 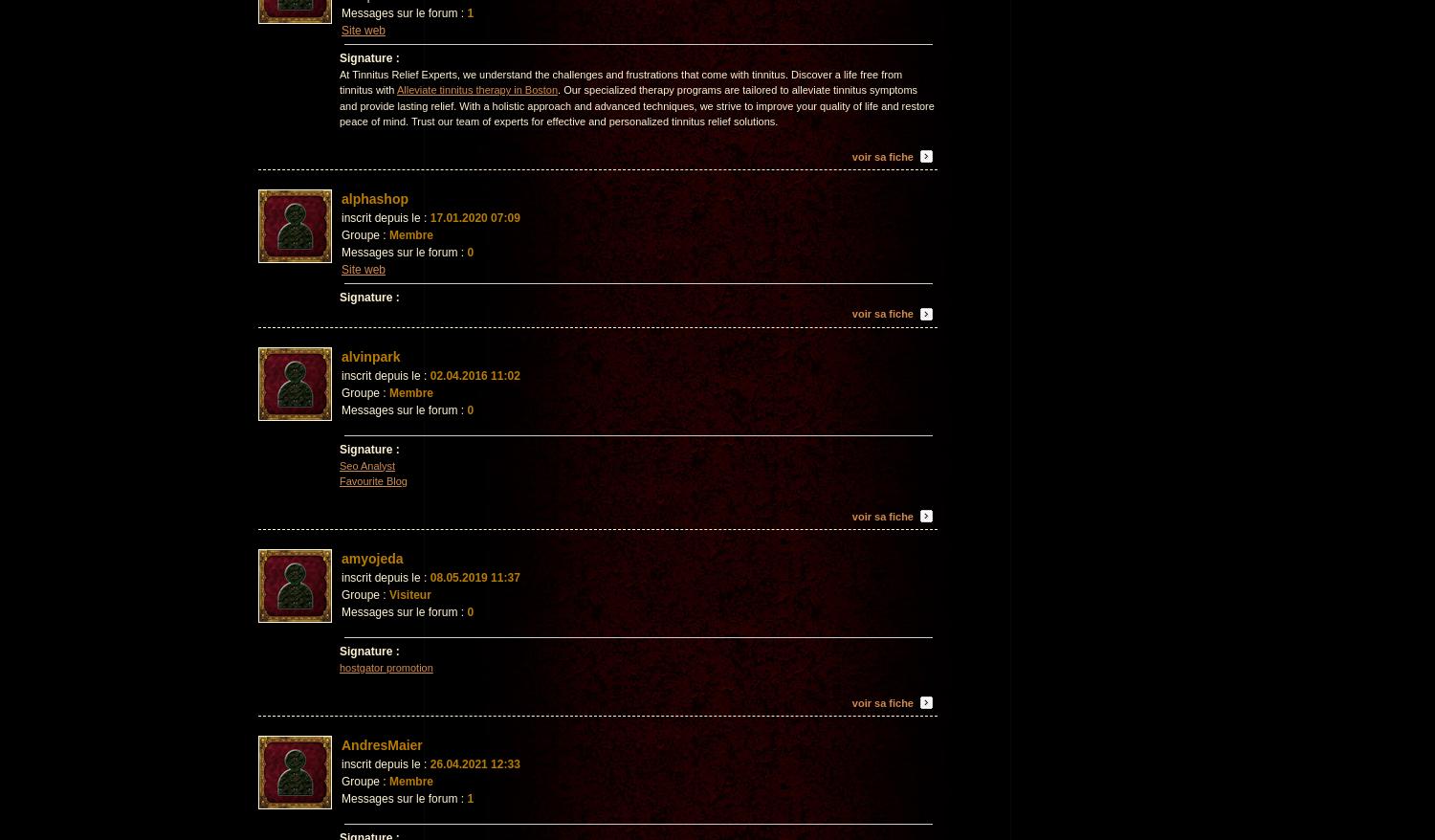 I want to click on 'At Tinnitus Relief Experts, we understand the challenges and frustrations that come with tinnitus. Discover a life free from tinnitus with', so click(x=621, y=81).